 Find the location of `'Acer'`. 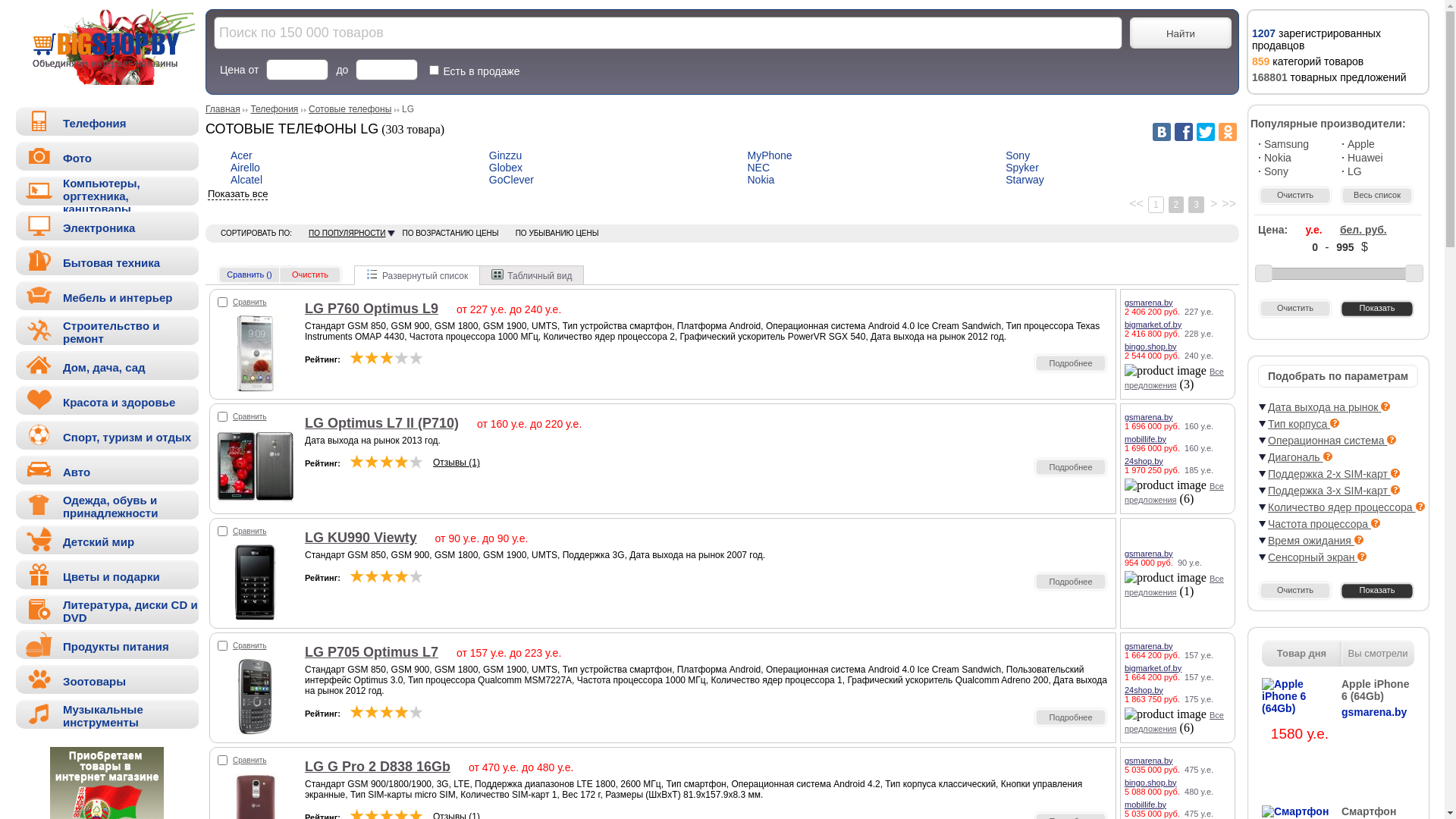

'Acer' is located at coordinates (229, 155).